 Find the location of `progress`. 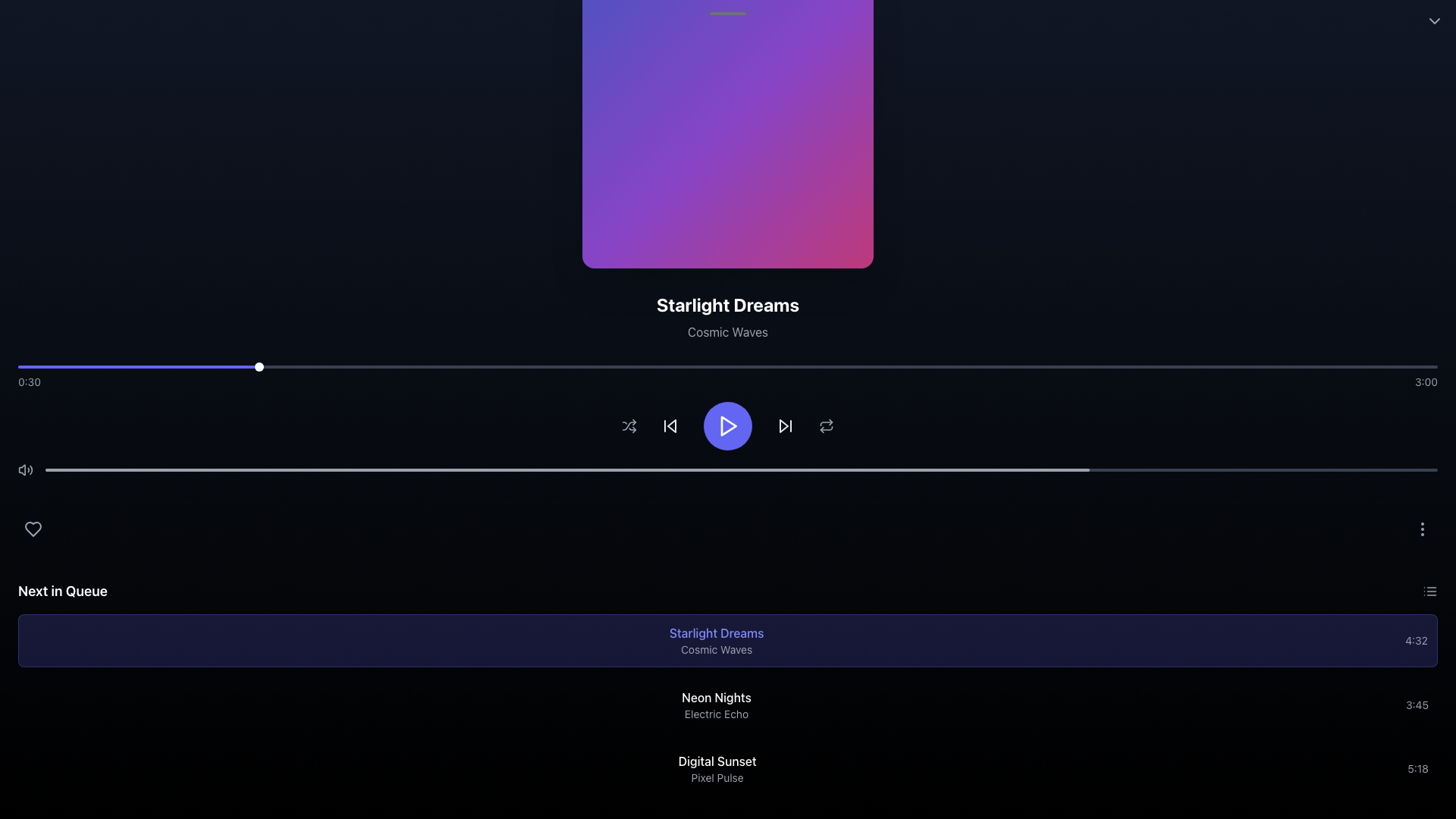

progress is located at coordinates (97, 366).